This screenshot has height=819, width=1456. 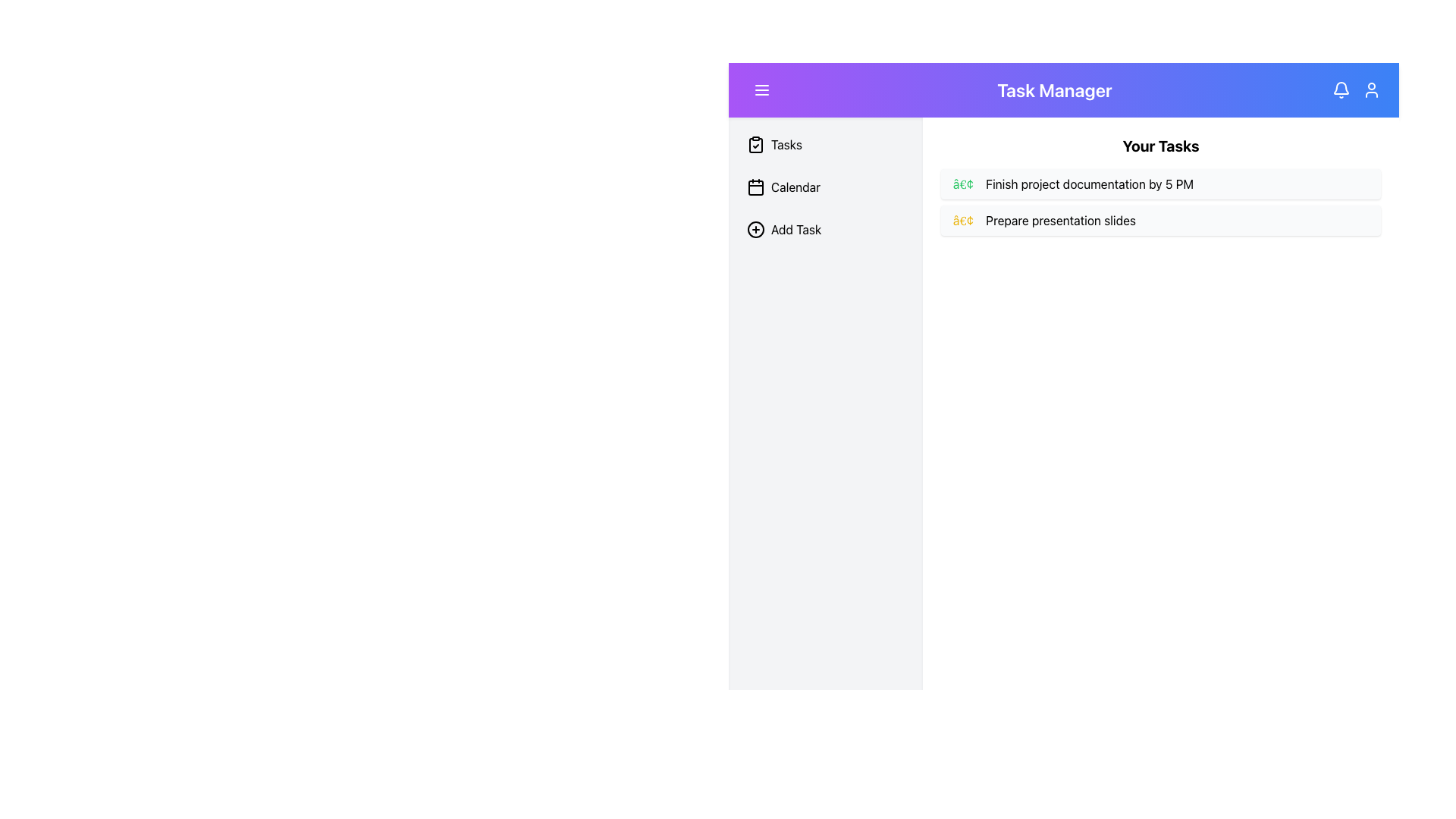 I want to click on the notification bell icon located at the top right corner of the navigation bar, so click(x=1341, y=90).